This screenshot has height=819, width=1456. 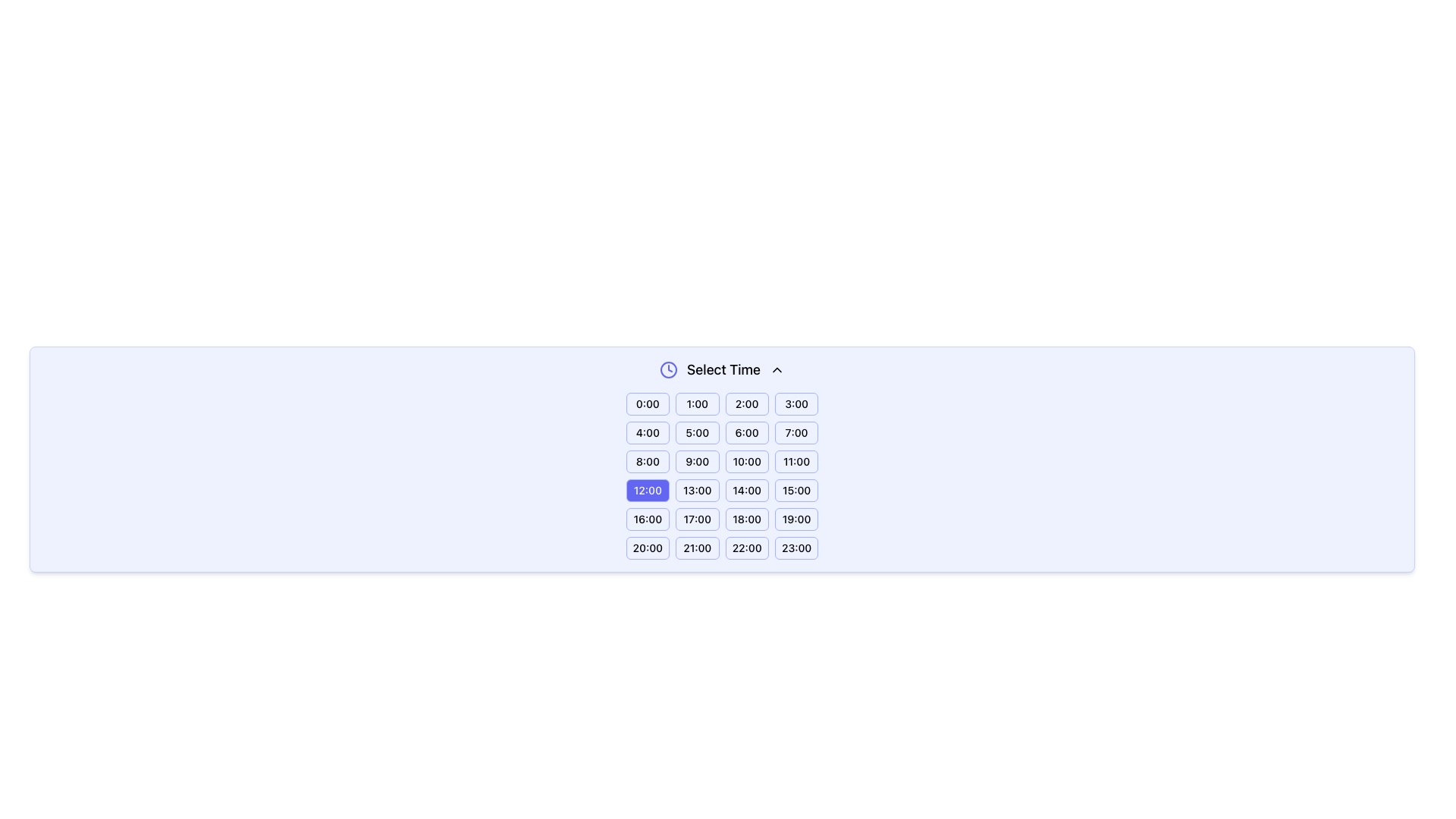 What do you see at coordinates (795, 519) in the screenshot?
I see `the rectangular button displaying '19:00' in the fifth row, fourth column of the time options grid` at bounding box center [795, 519].